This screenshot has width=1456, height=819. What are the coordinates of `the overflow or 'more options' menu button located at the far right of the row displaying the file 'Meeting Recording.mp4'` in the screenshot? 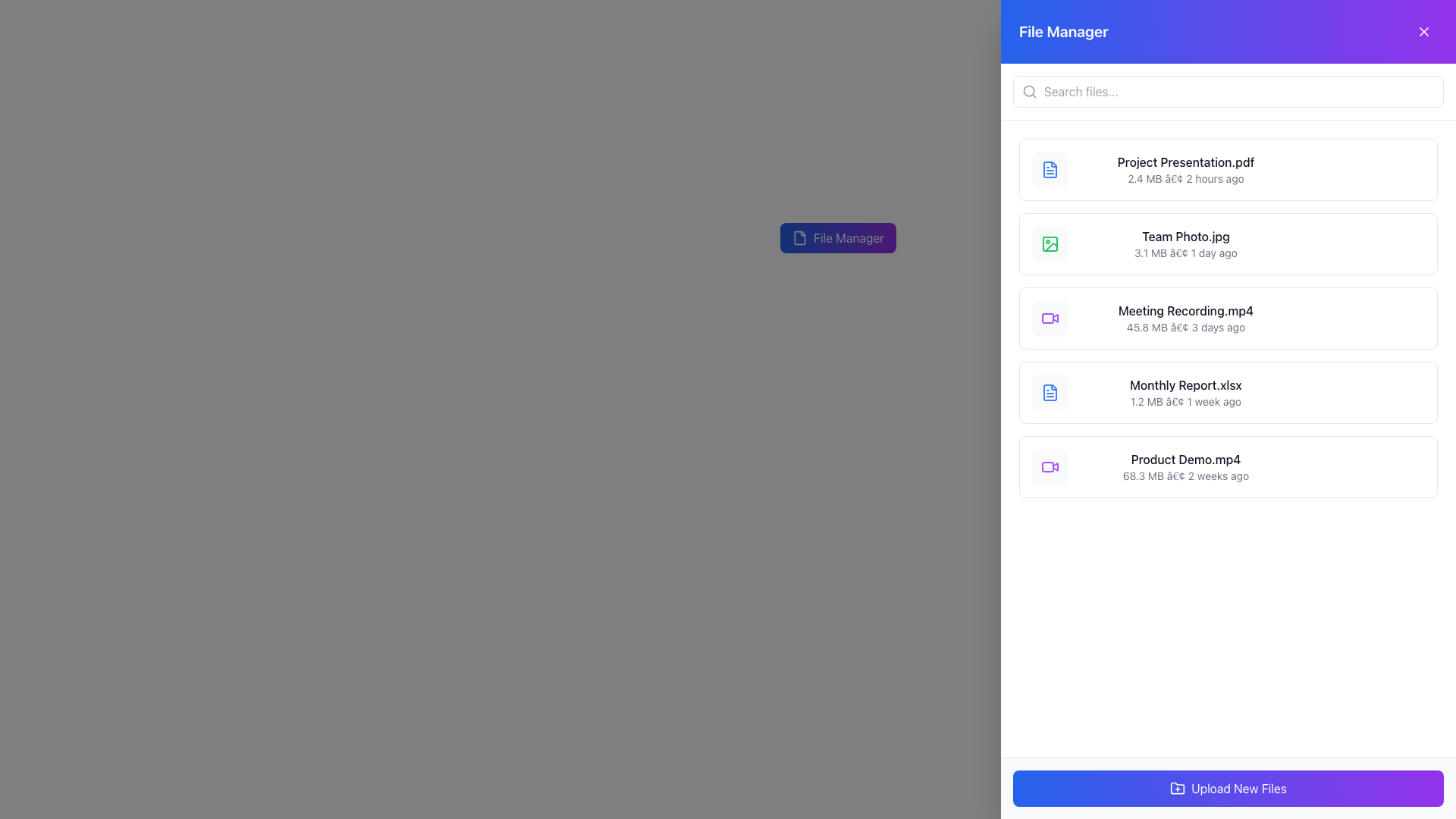 It's located at (1364, 318).